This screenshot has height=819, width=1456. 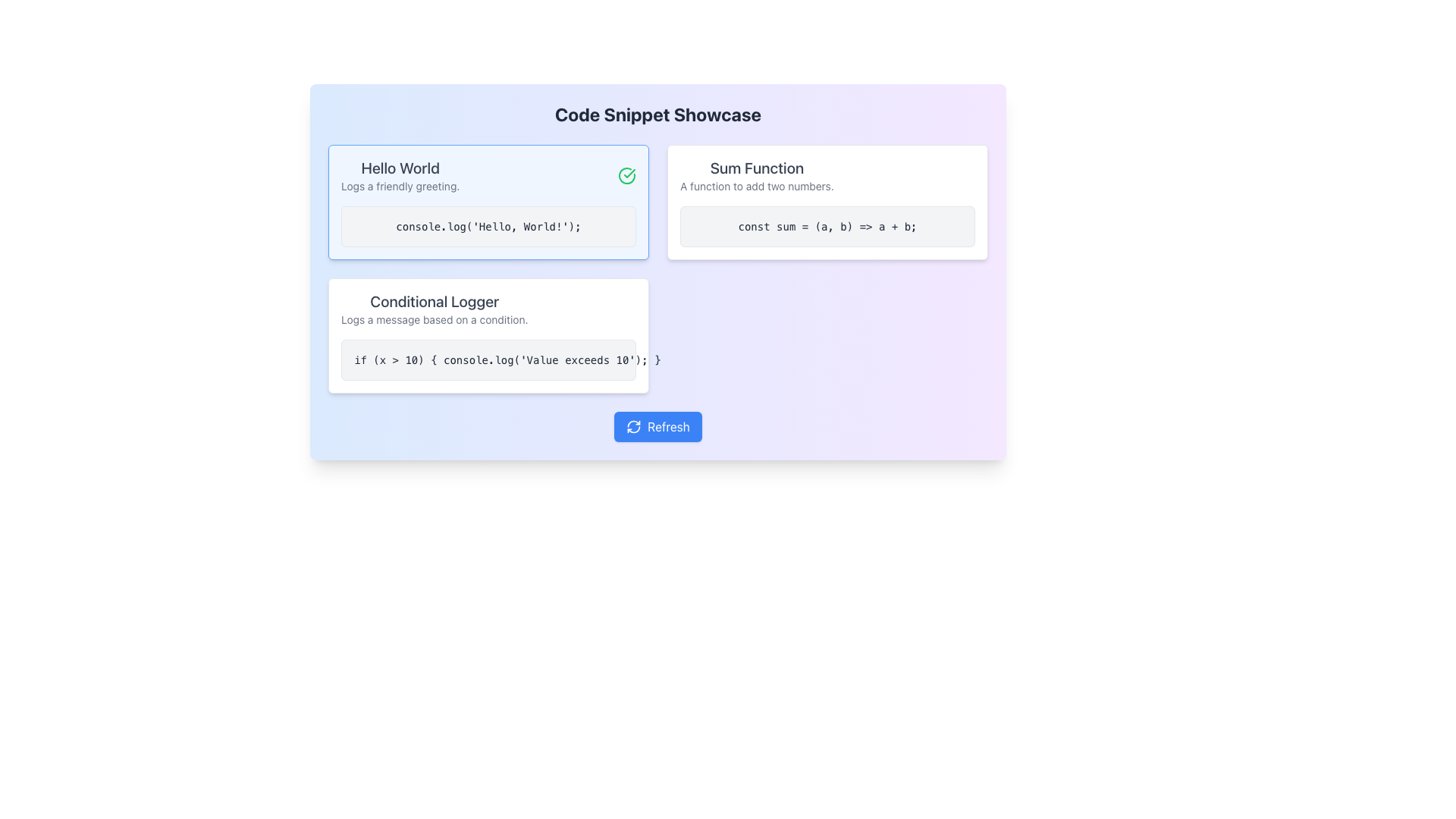 I want to click on the code snippet box that displays a JavaScript command for logging a message to the console, located within the blue-bordered card titled 'Hello World', so click(x=488, y=227).